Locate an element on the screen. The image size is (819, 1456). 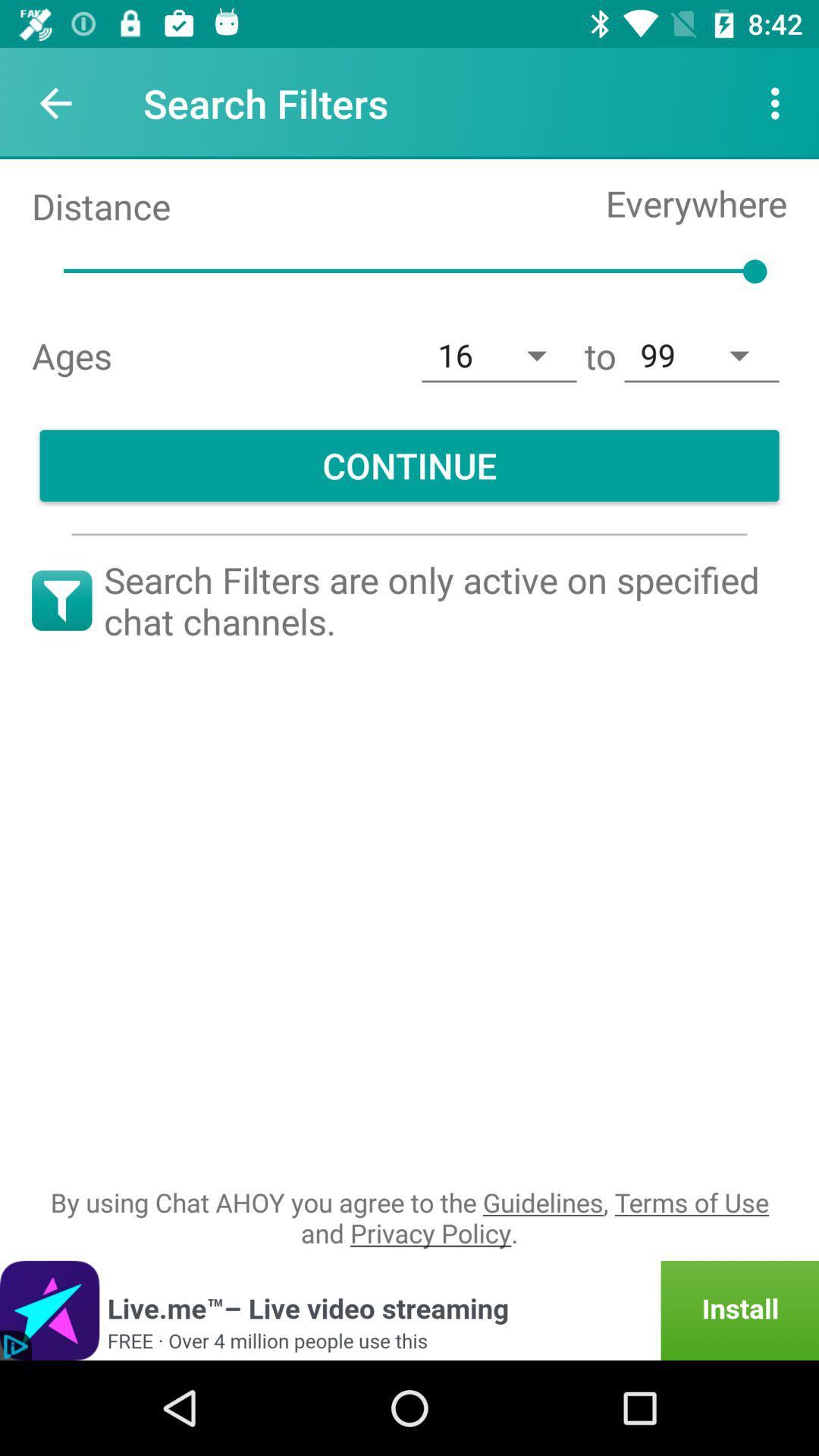
the icon above the everywhere item is located at coordinates (779, 102).